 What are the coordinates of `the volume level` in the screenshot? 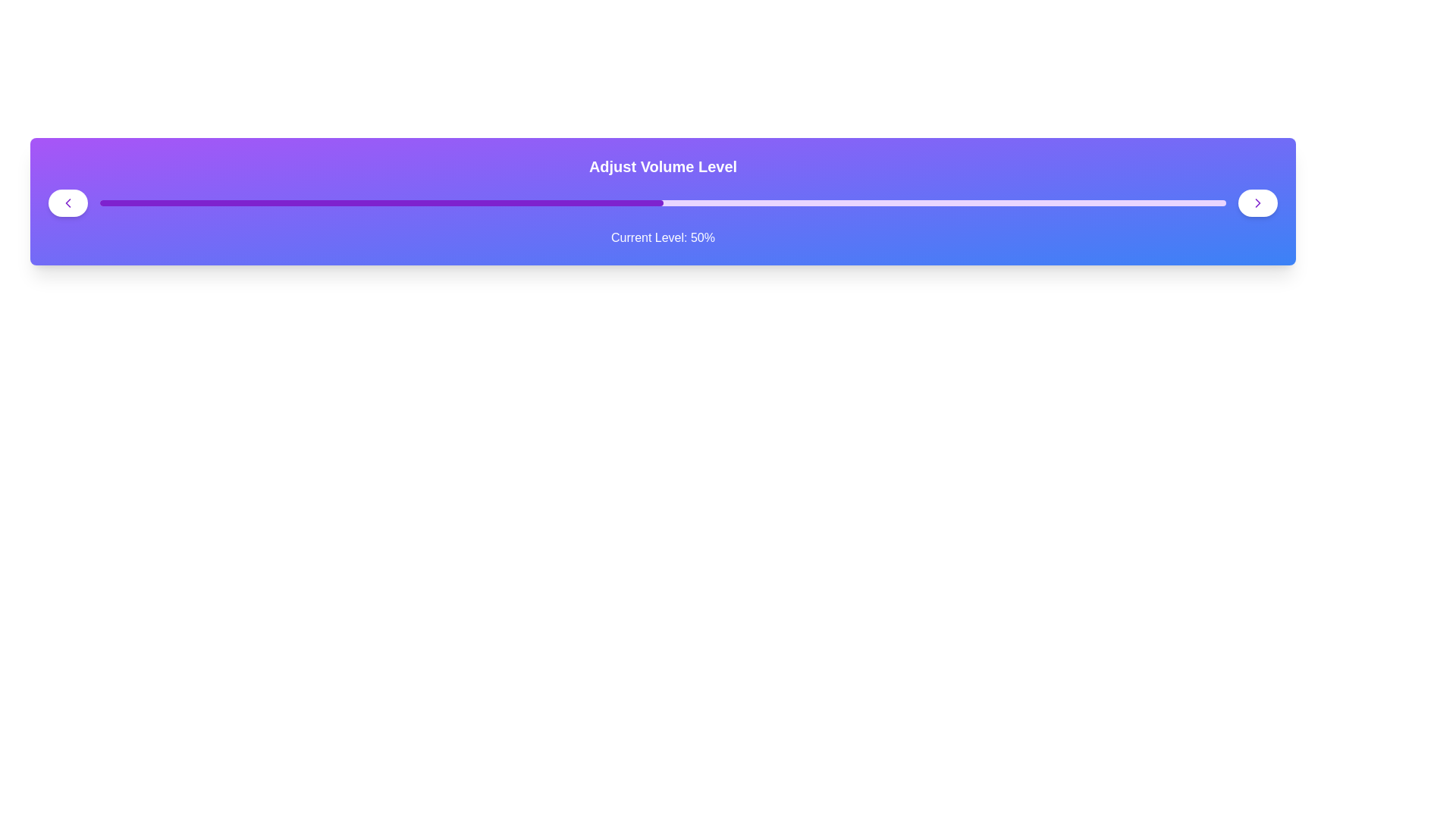 It's located at (808, 202).